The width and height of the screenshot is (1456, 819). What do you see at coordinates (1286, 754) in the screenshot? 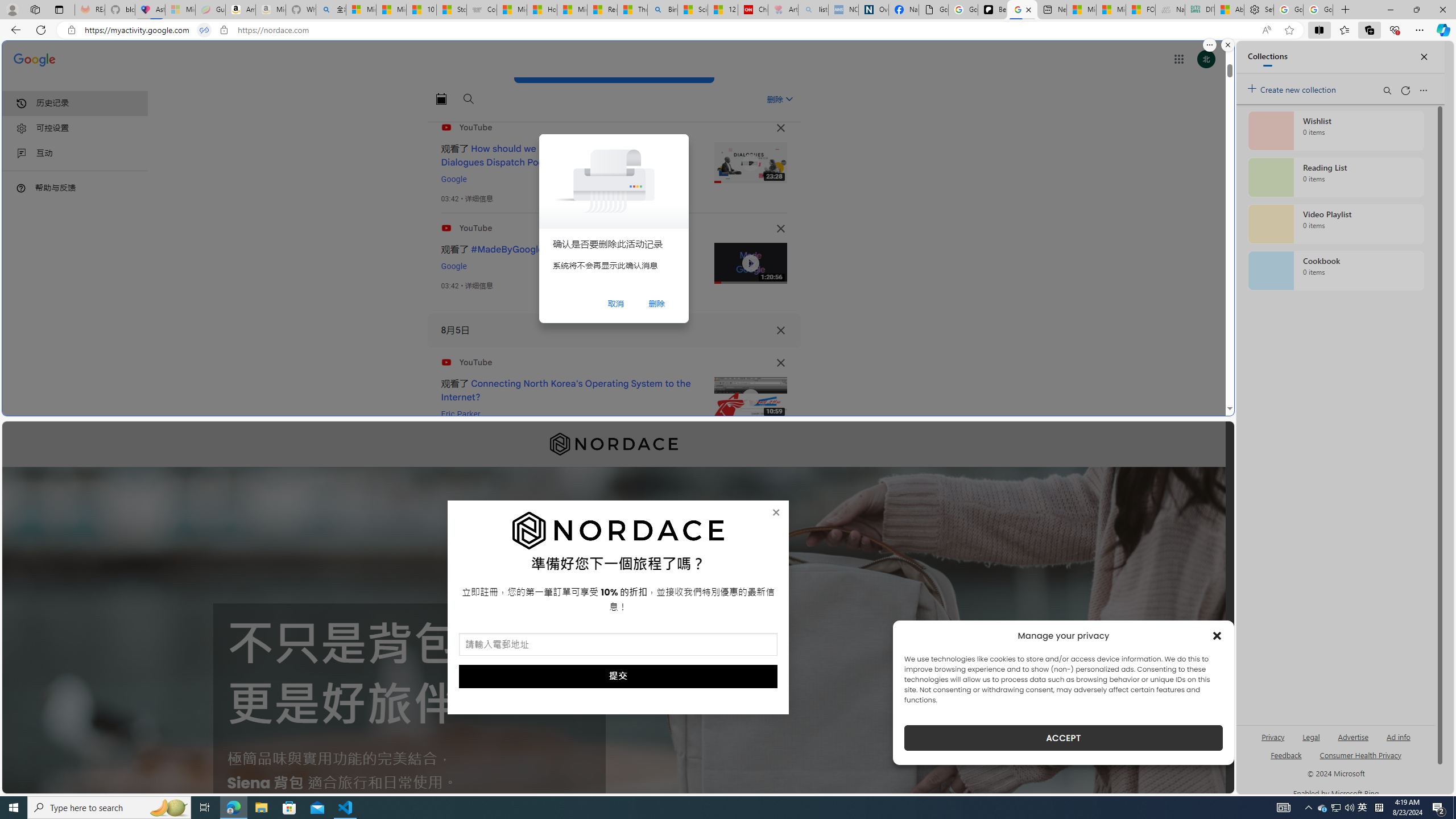
I see `'AutomationID: sb_feedback'` at bounding box center [1286, 754].